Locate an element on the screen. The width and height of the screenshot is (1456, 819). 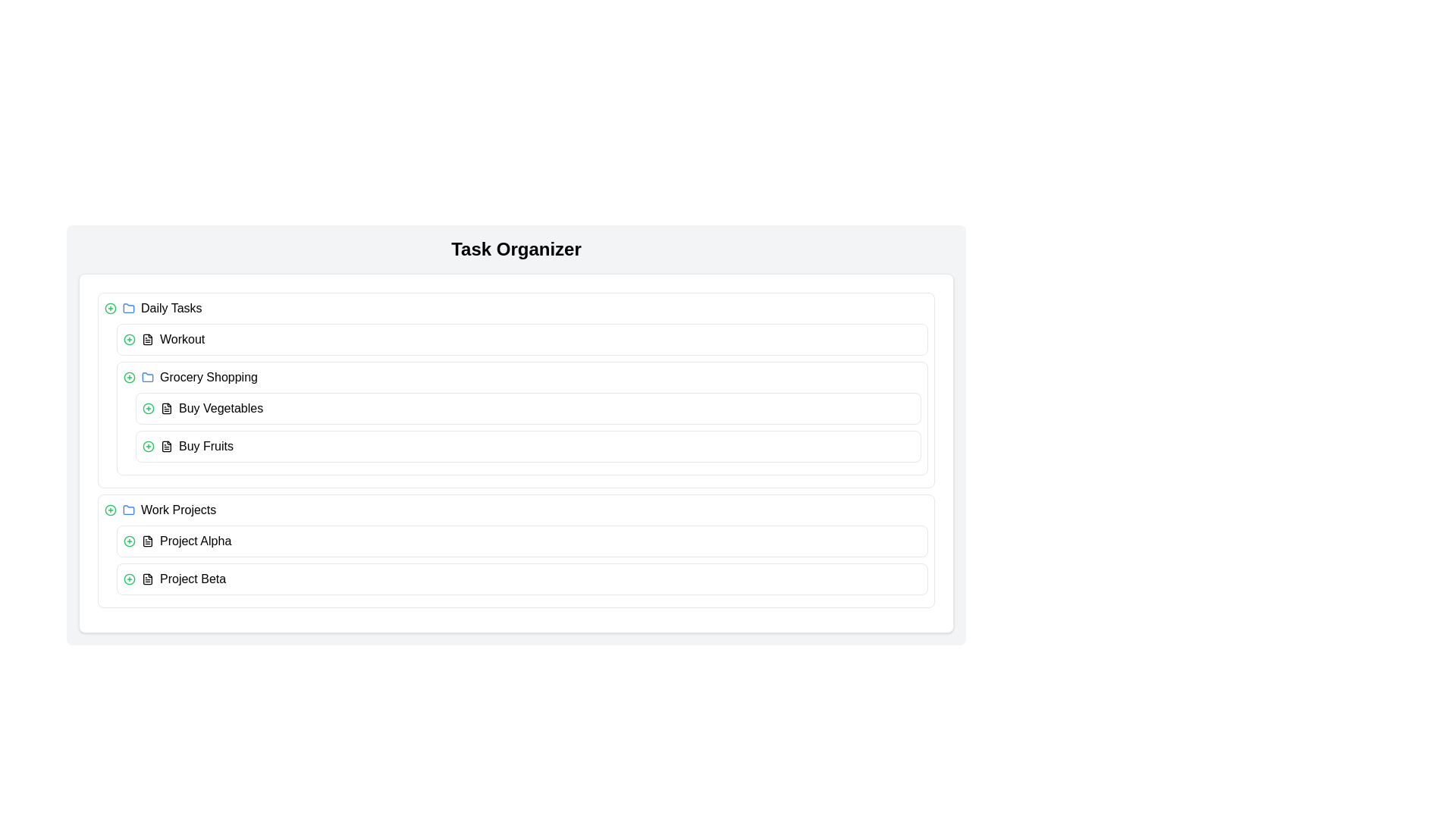
the circular green outlined button with a plus sign, which is the first icon in the row associated with the 'Buy Fruits' label is located at coordinates (149, 446).